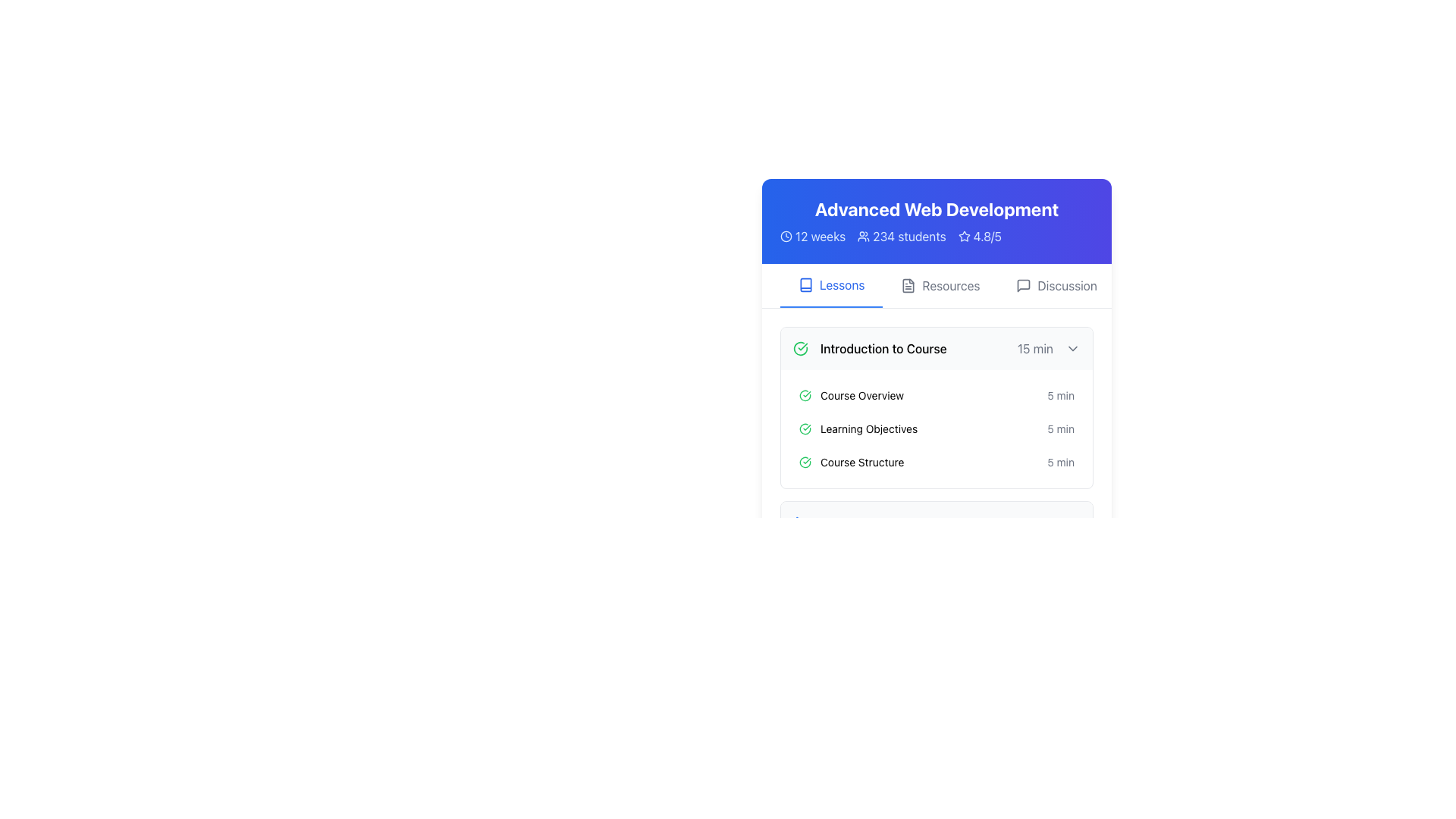  Describe the element at coordinates (804, 394) in the screenshot. I see `the green outlined circular icon with a checkmark inside, located next to the 'Introduction to Course' text in the lesson list, for status indication` at that location.